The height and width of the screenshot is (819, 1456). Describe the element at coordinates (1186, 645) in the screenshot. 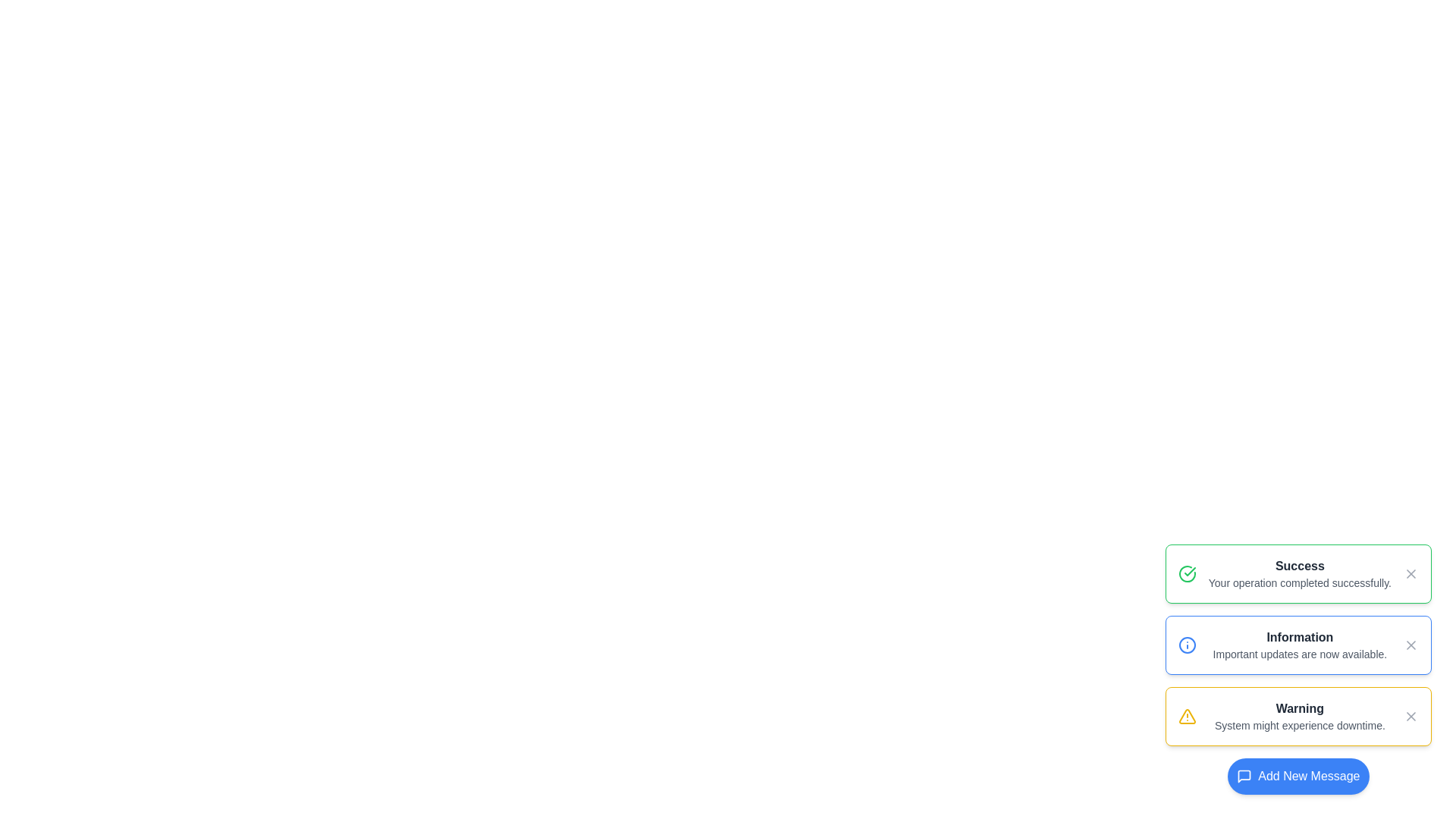

I see `the information icon located in the second notification card titled 'Information' on the right side of the interface` at that location.